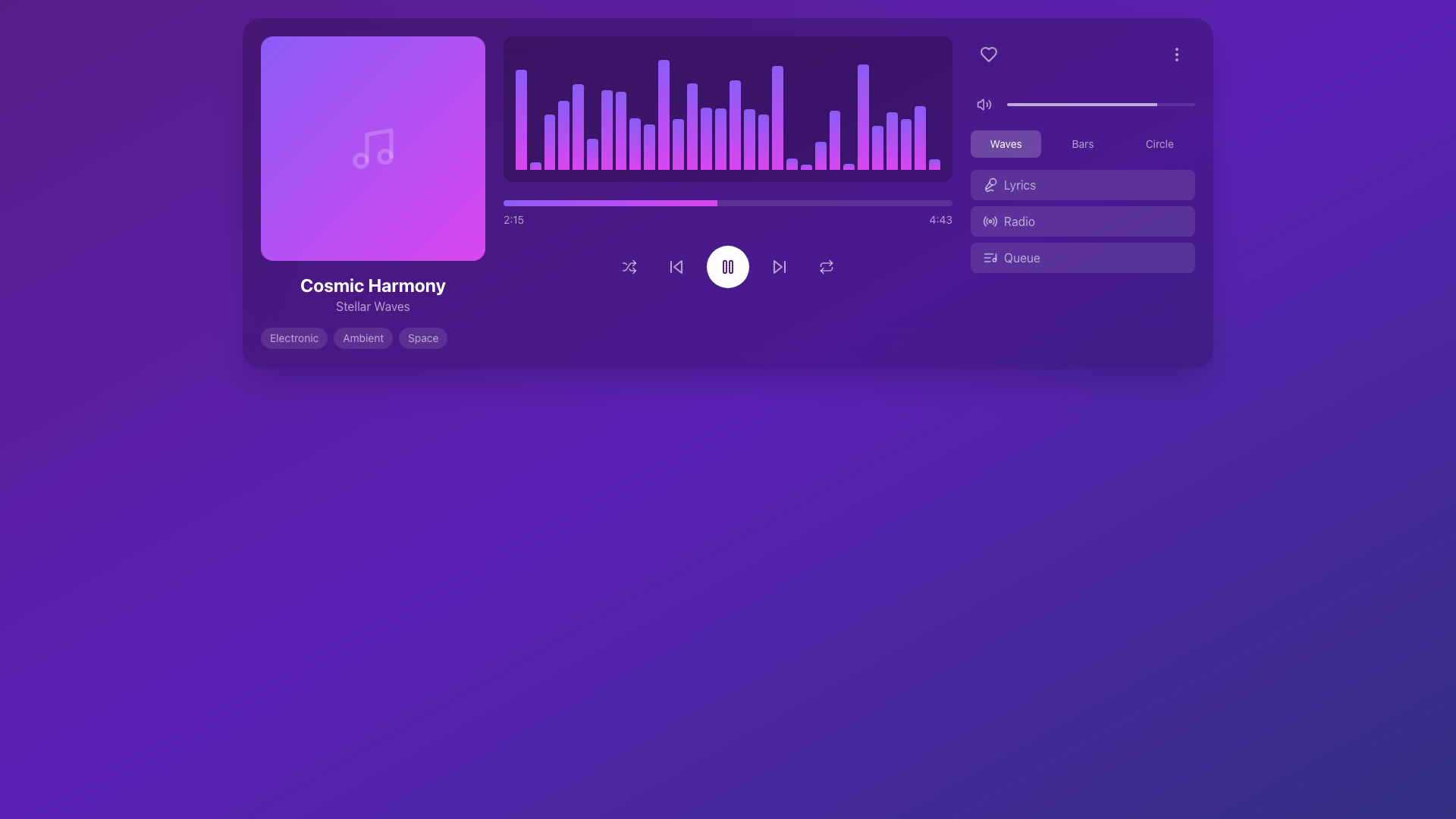  Describe the element at coordinates (678, 202) in the screenshot. I see `the progress bar value` at that location.